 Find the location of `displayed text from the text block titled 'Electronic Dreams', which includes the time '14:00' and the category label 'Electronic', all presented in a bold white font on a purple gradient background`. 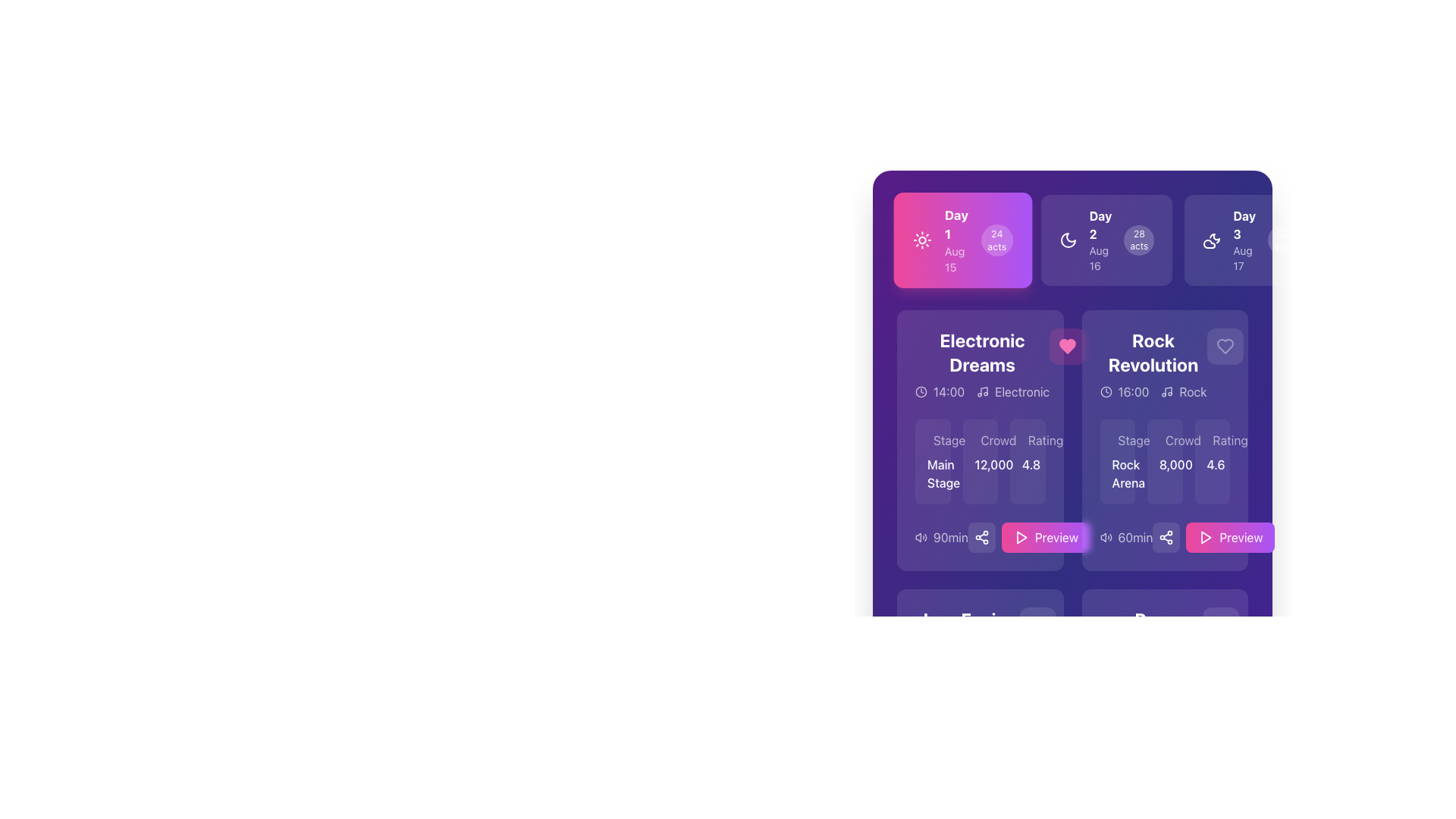

displayed text from the text block titled 'Electronic Dreams', which includes the time '14:00' and the category label 'Electronic', all presented in a bold white font on a purple gradient background is located at coordinates (980, 365).